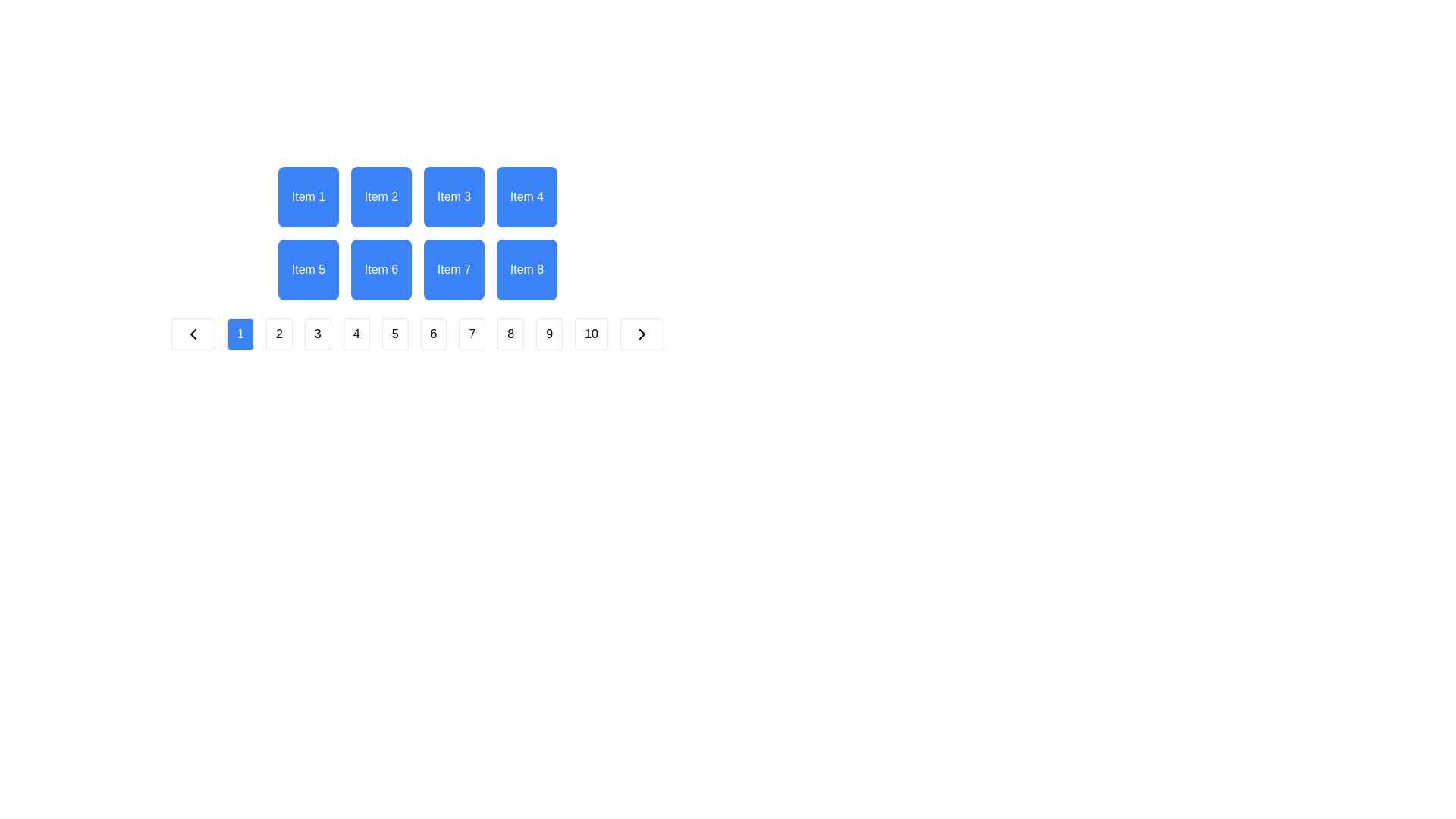 This screenshot has width=1456, height=819. Describe the element at coordinates (548, 333) in the screenshot. I see `the rectangular button labeled '9' which is styled with borders and rounded corners, located beneath the grid of blue buttons labeled 'Item 1' through 'Item 8'` at that location.